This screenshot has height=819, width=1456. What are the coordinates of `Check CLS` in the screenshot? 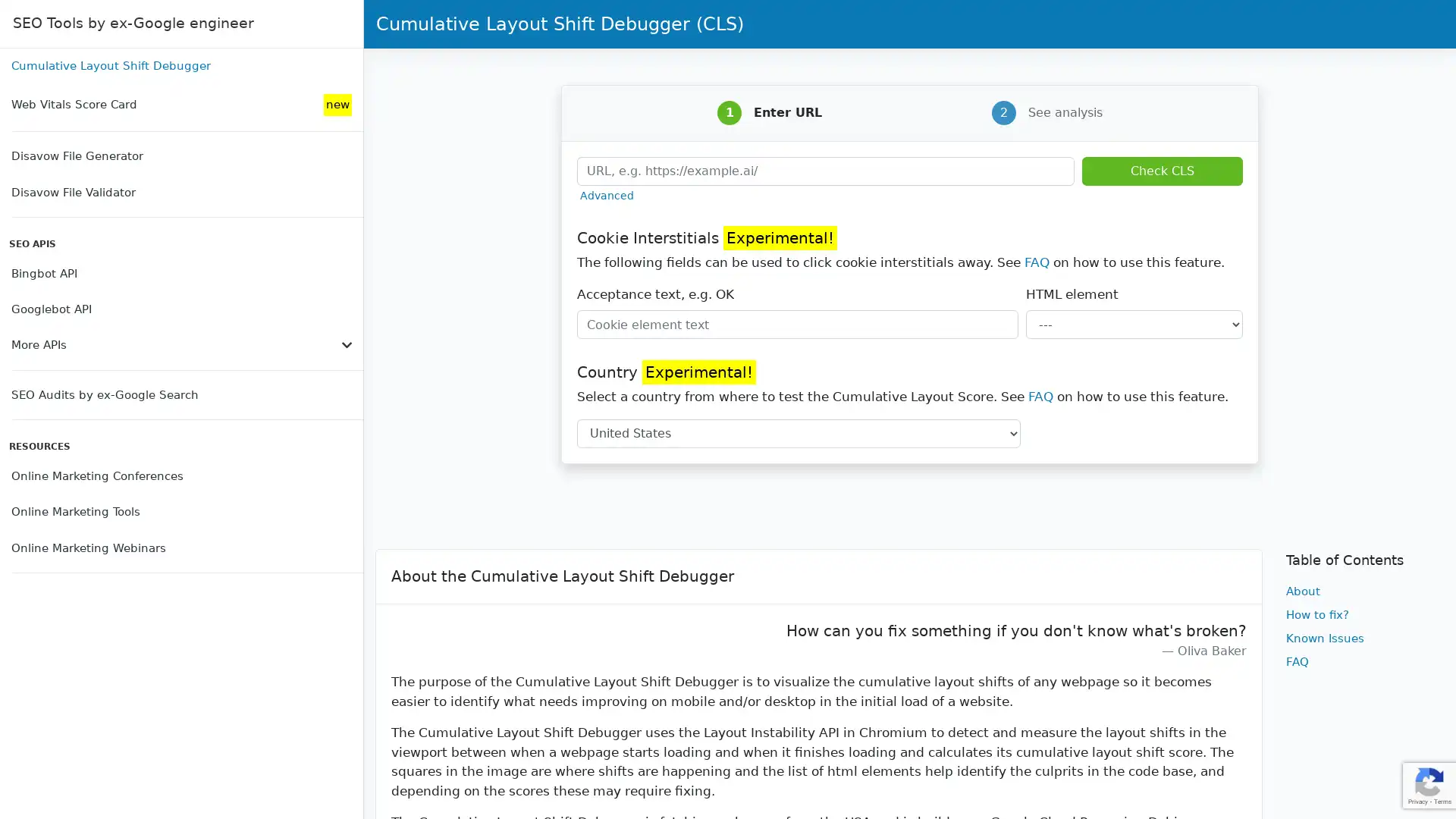 It's located at (1161, 170).